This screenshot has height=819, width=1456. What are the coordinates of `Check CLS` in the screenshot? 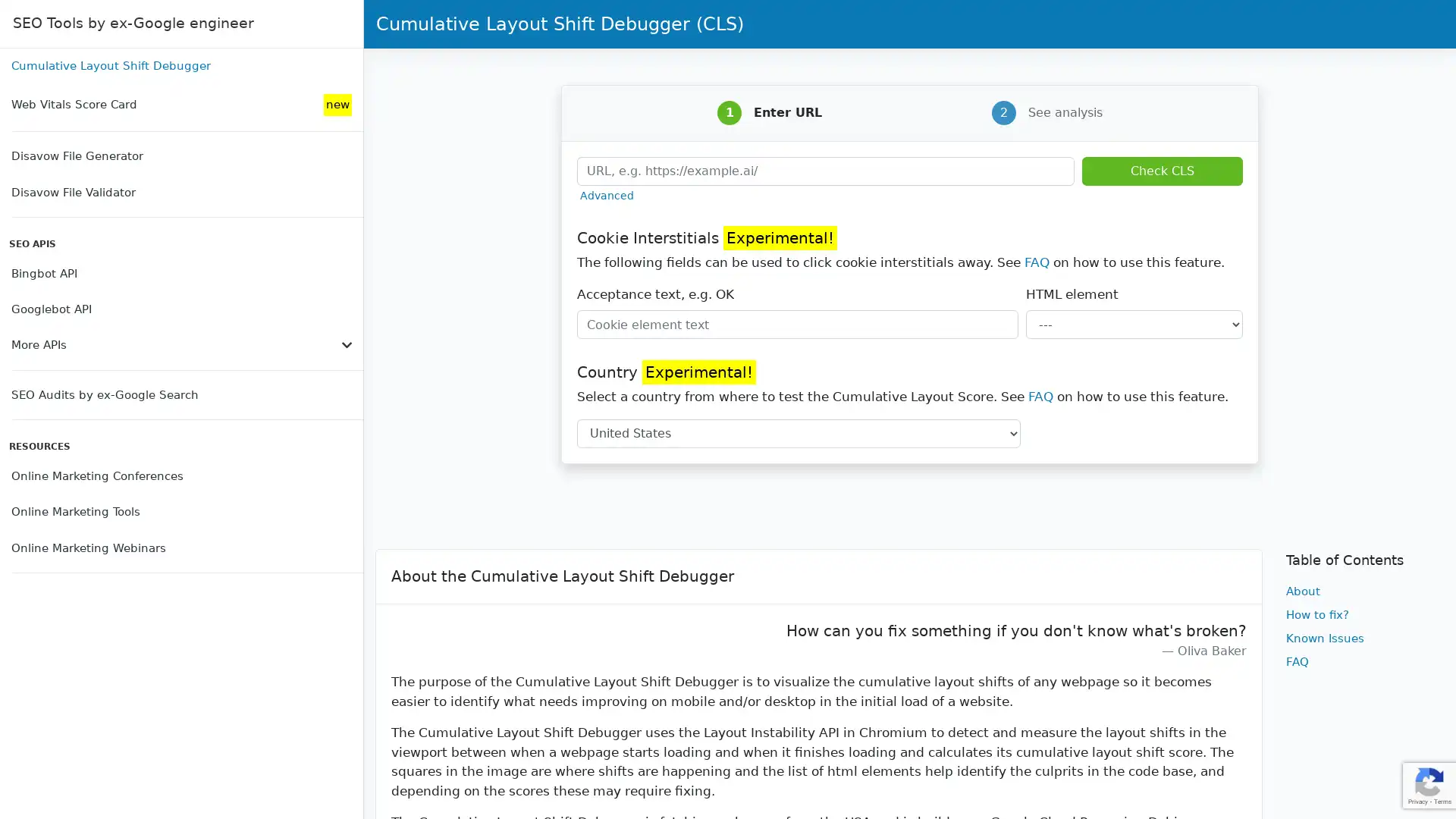 It's located at (1161, 170).